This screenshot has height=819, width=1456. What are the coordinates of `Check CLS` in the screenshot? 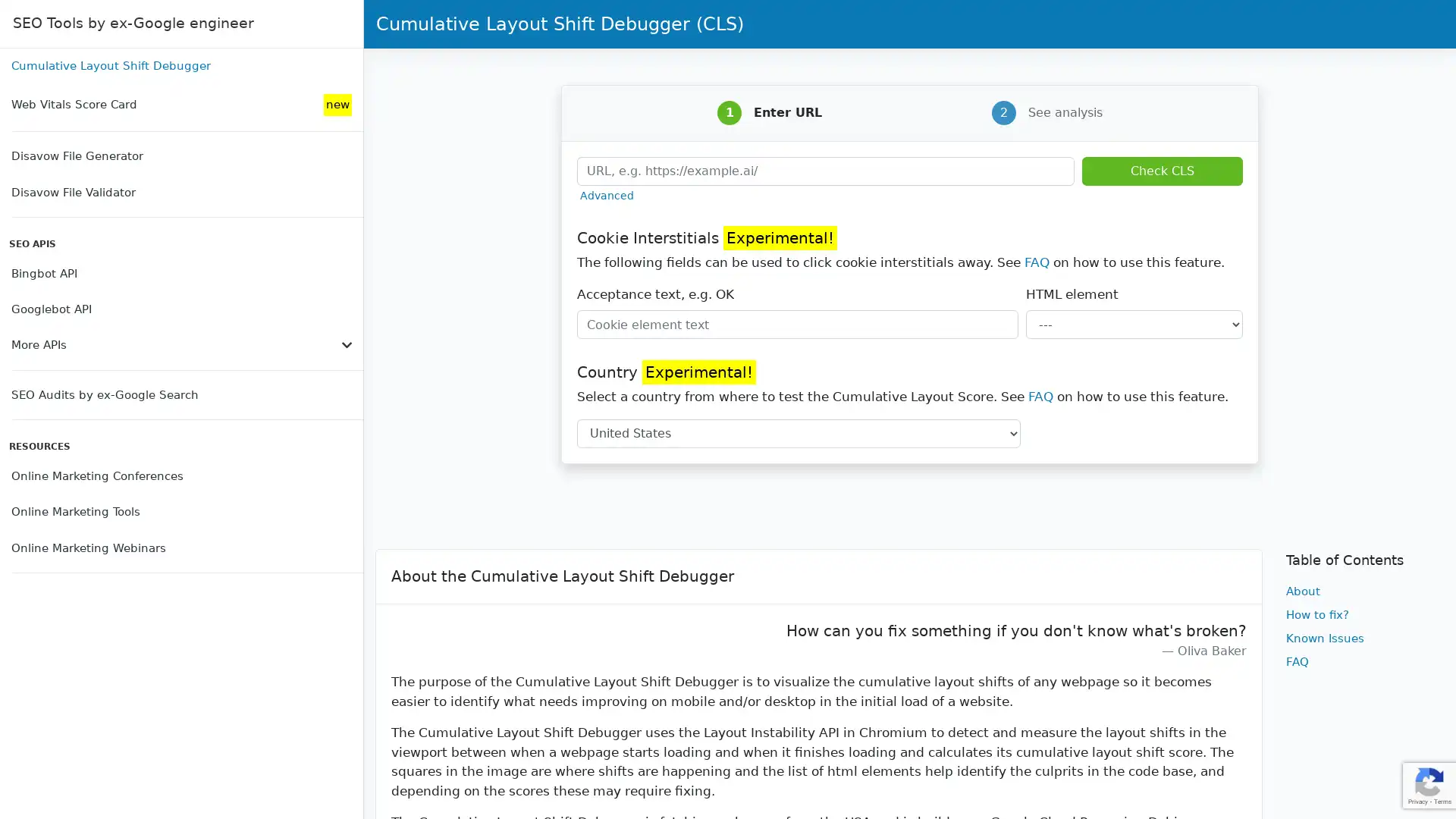 It's located at (1161, 170).